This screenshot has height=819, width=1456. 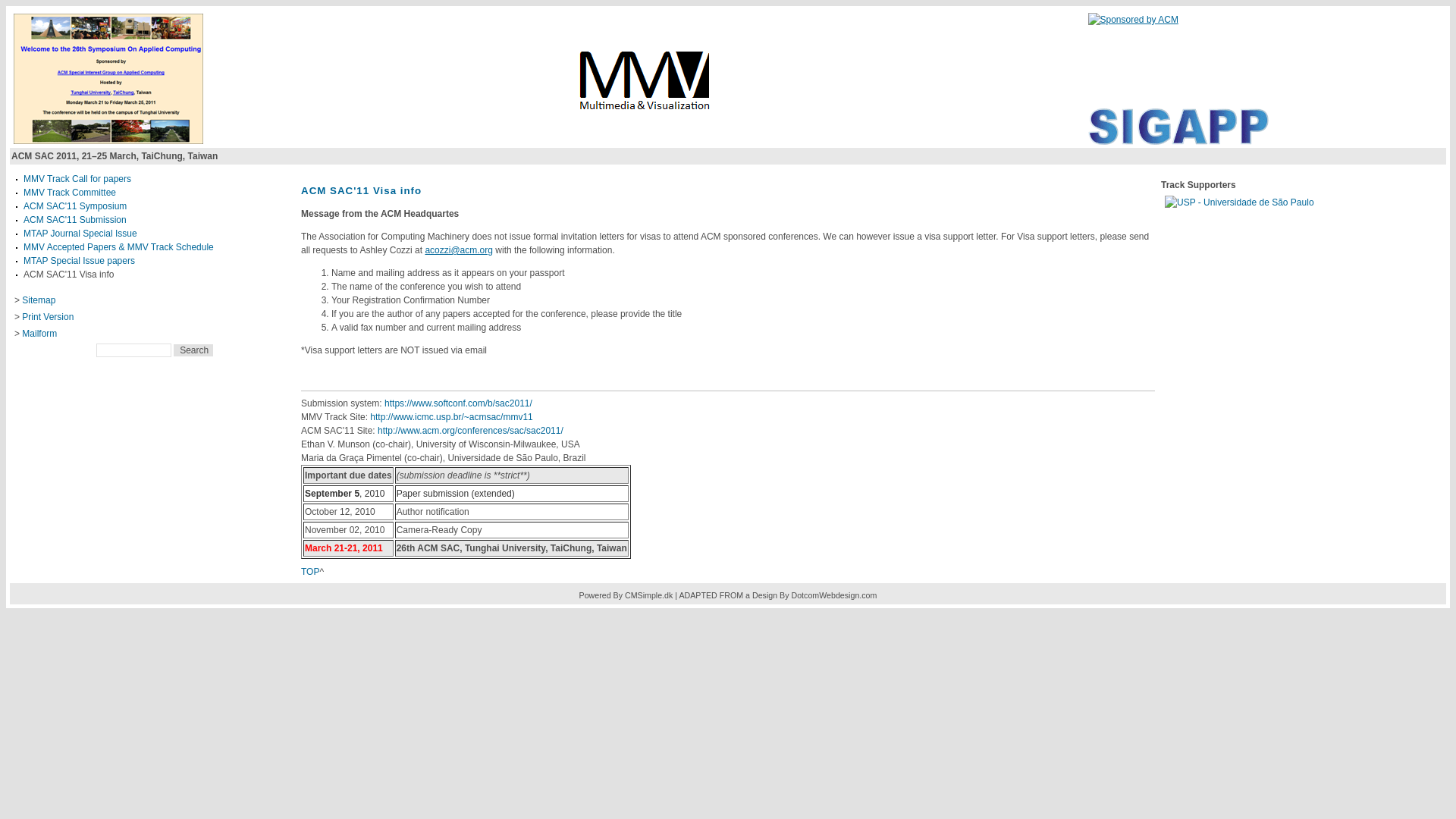 I want to click on 'MTAP Special Issue papers', so click(x=78, y=259).